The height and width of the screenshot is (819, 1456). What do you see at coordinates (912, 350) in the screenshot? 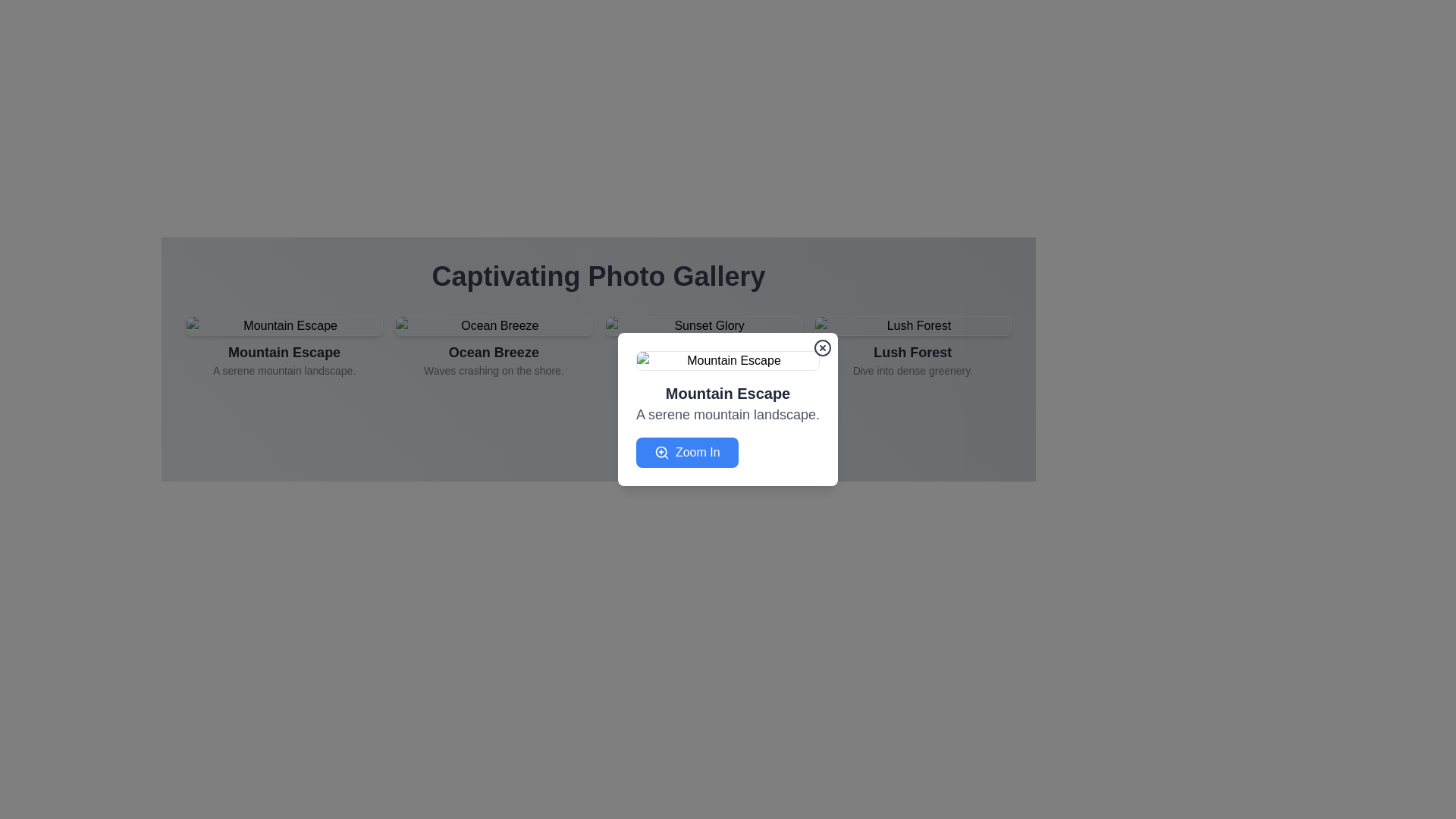
I see `the themed item card element located at the fourth position from the left in the grid layout` at bounding box center [912, 350].